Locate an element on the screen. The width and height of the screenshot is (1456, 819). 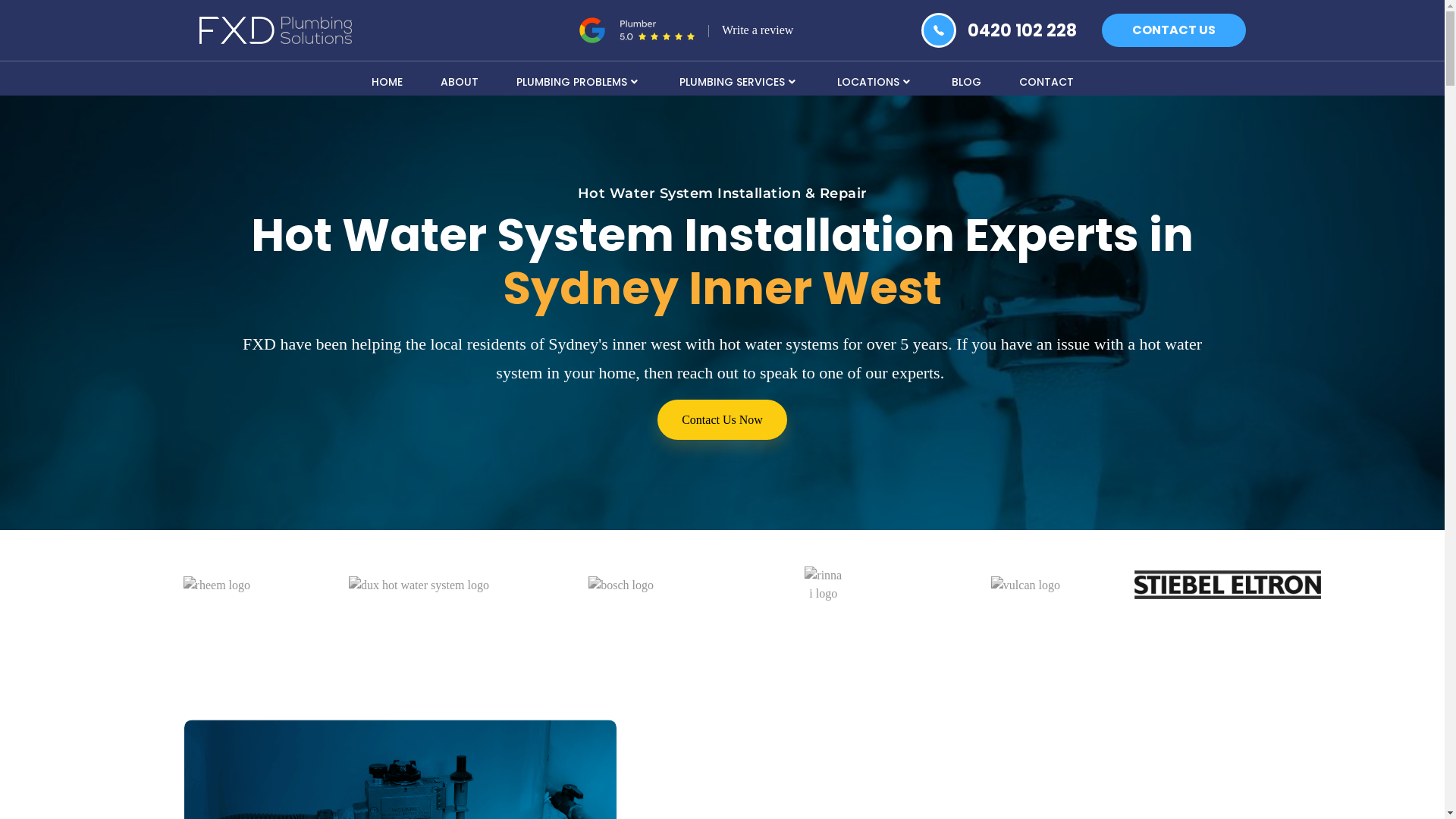
'LOCATIONS' is located at coordinates (874, 80).